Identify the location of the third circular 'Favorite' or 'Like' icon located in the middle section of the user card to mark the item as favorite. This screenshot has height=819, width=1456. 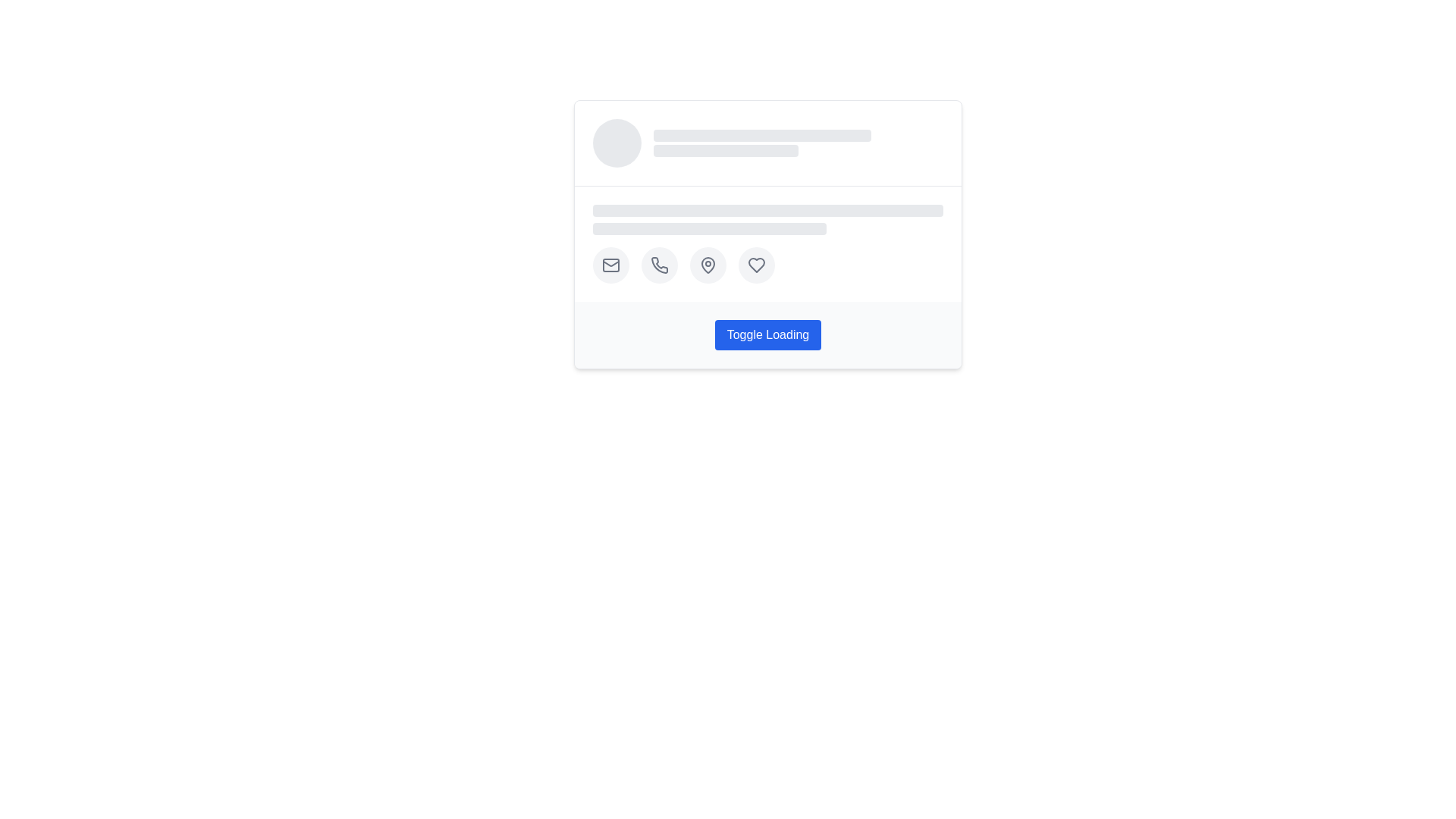
(757, 265).